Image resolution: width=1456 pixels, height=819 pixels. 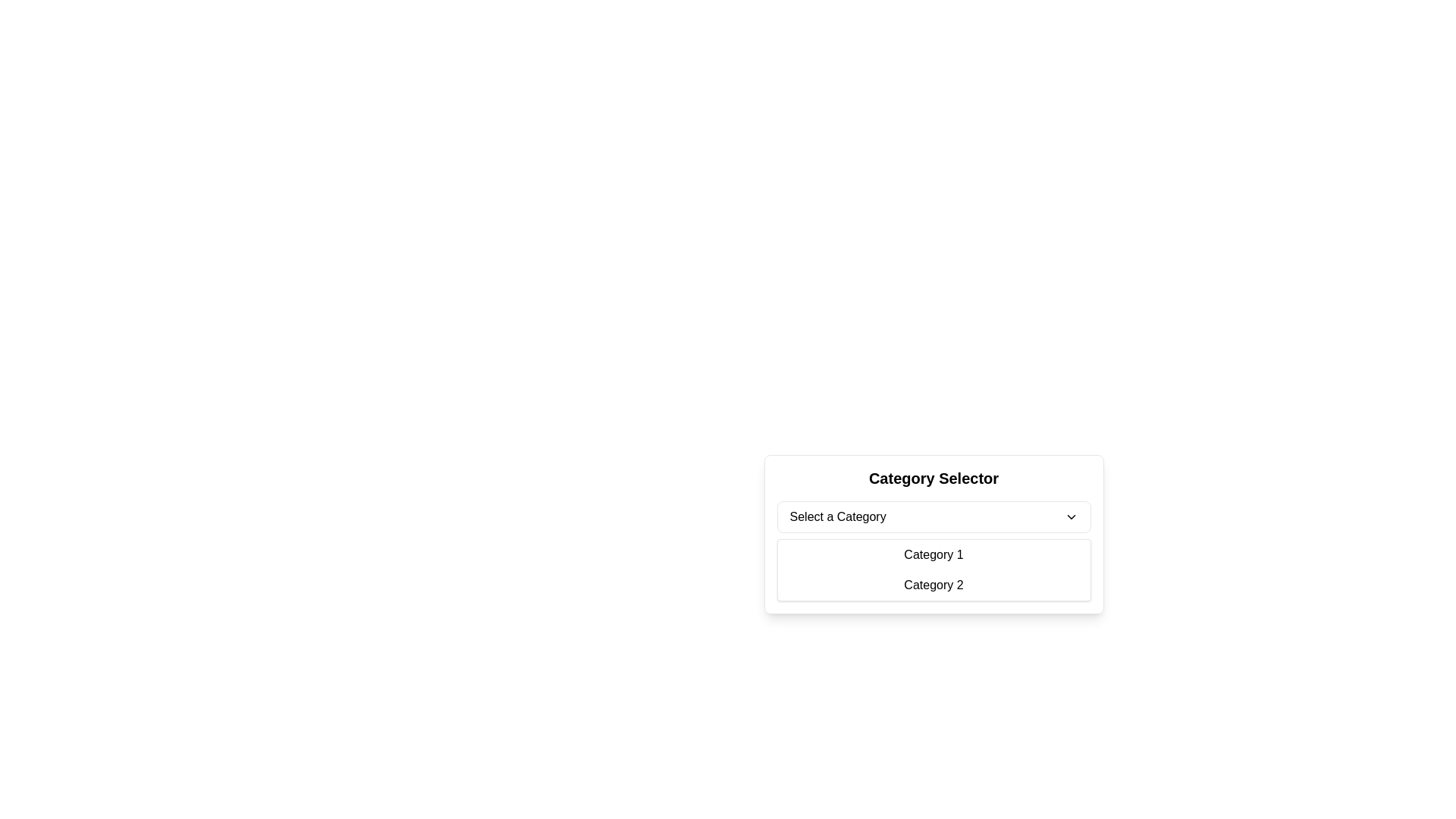 What do you see at coordinates (933, 534) in the screenshot?
I see `the Dropdown menu located below the 'Category Selector' title` at bounding box center [933, 534].